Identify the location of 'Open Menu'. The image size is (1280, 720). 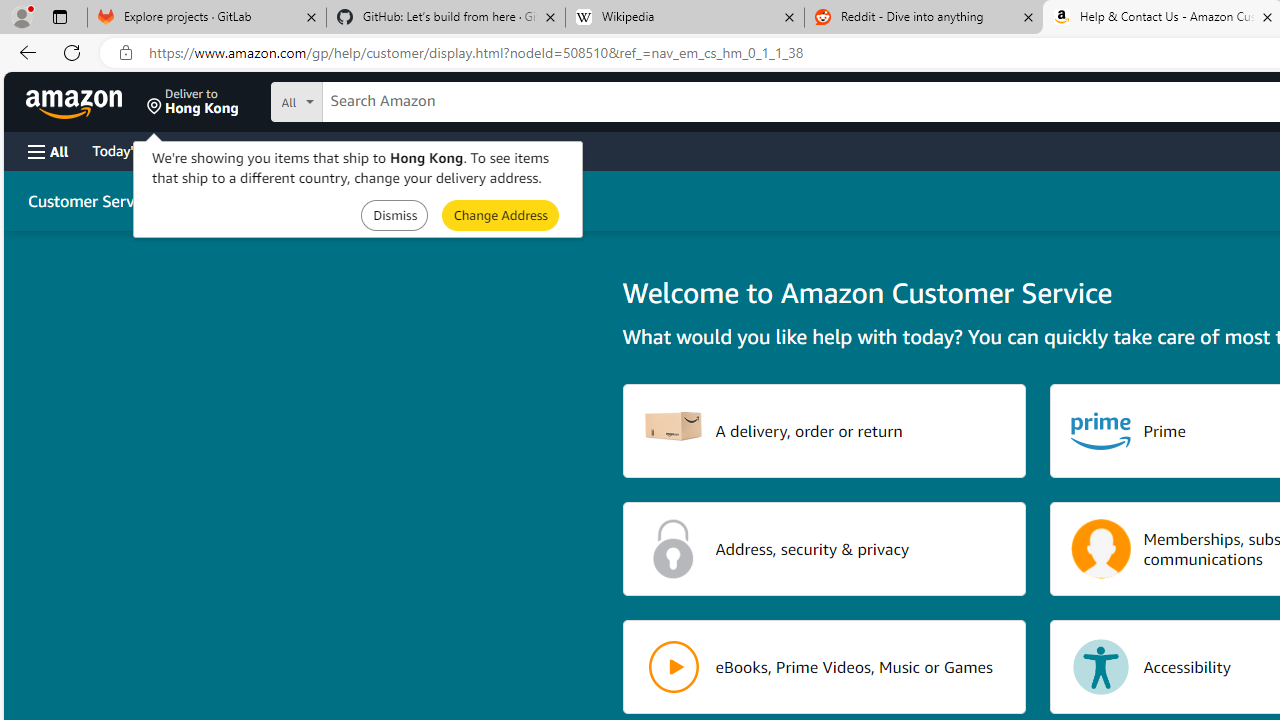
(48, 150).